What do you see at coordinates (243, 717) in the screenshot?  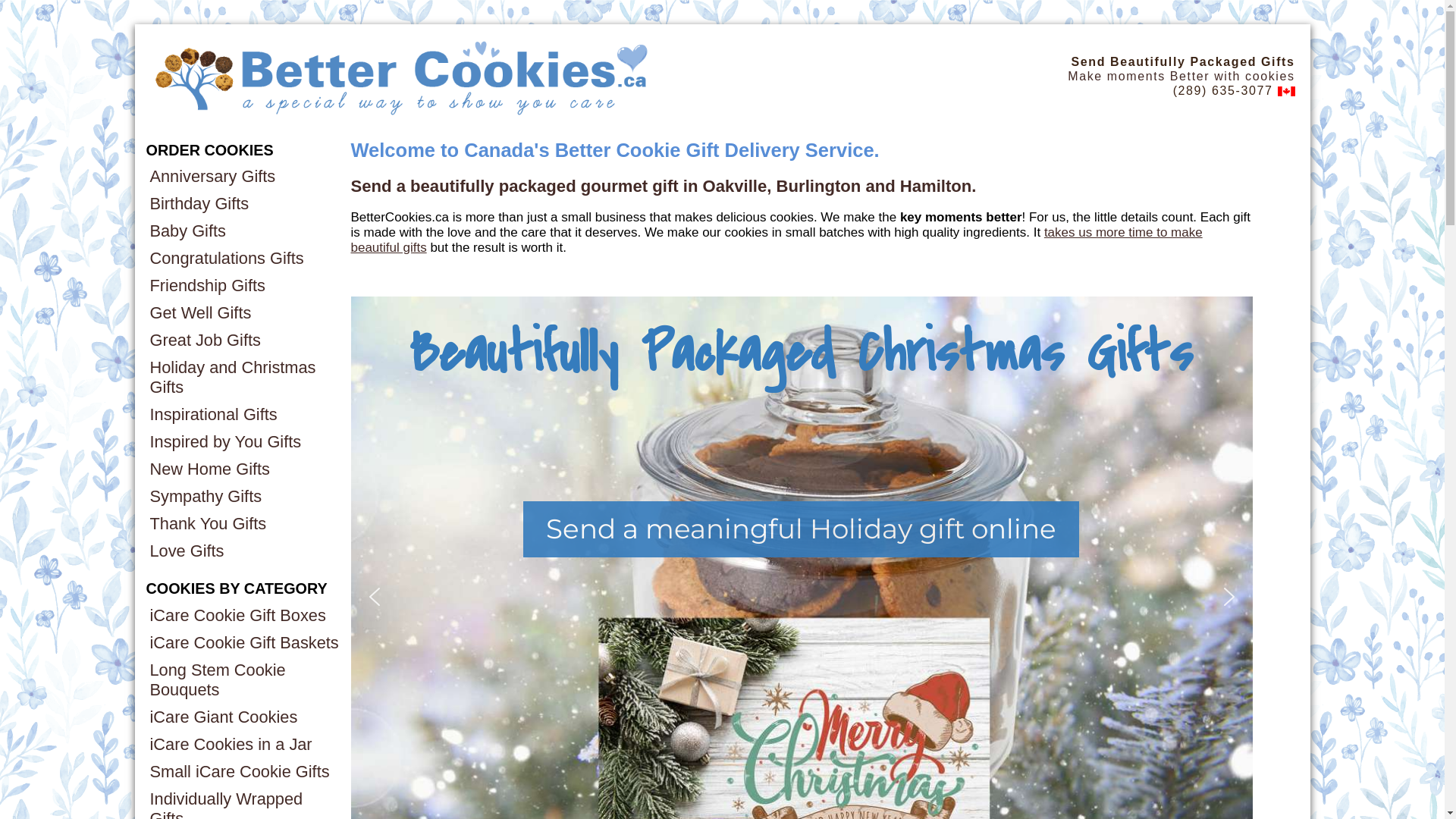 I see `'iCare Giant Cookies'` at bounding box center [243, 717].